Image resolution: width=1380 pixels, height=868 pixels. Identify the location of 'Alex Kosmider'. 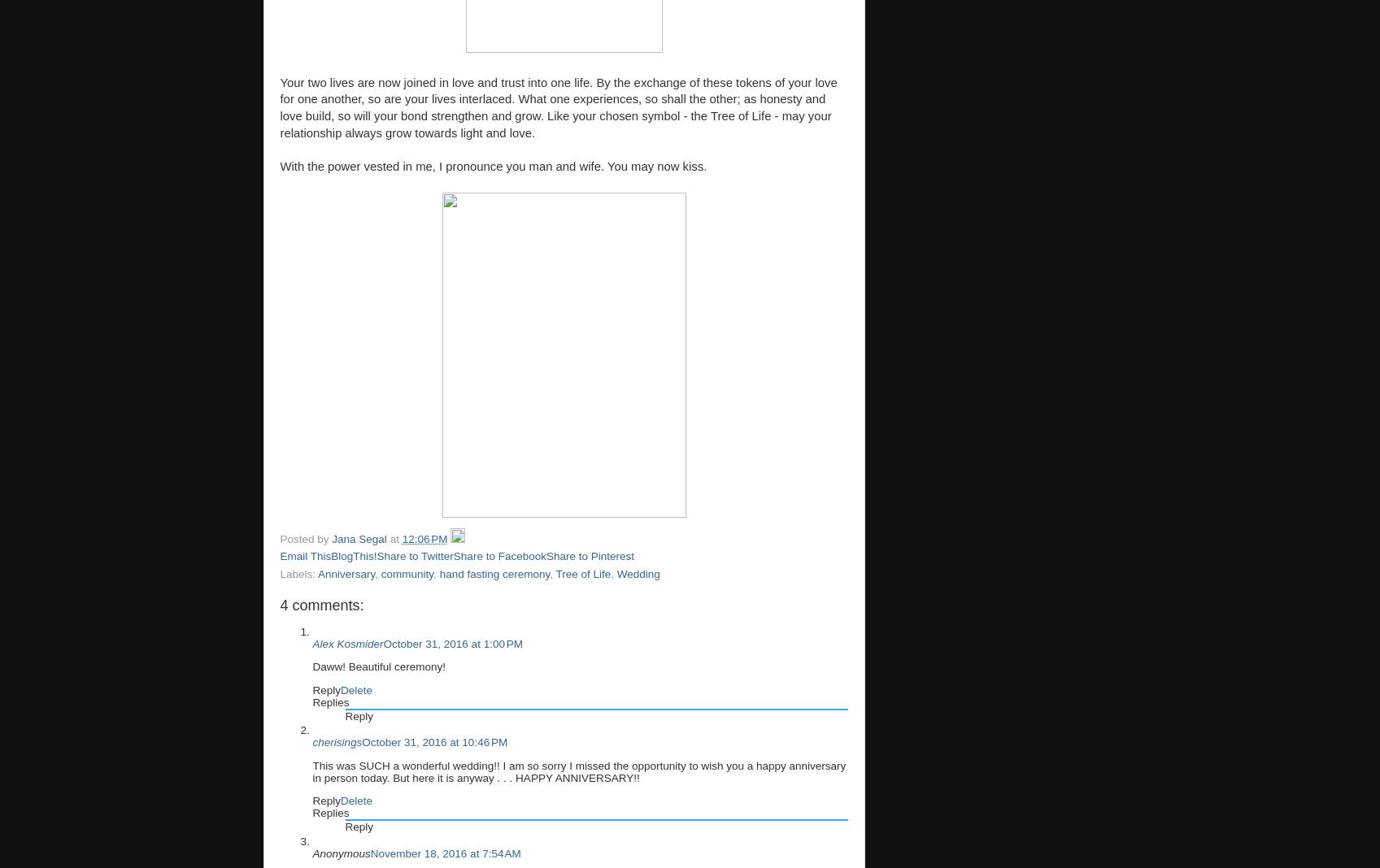
(346, 643).